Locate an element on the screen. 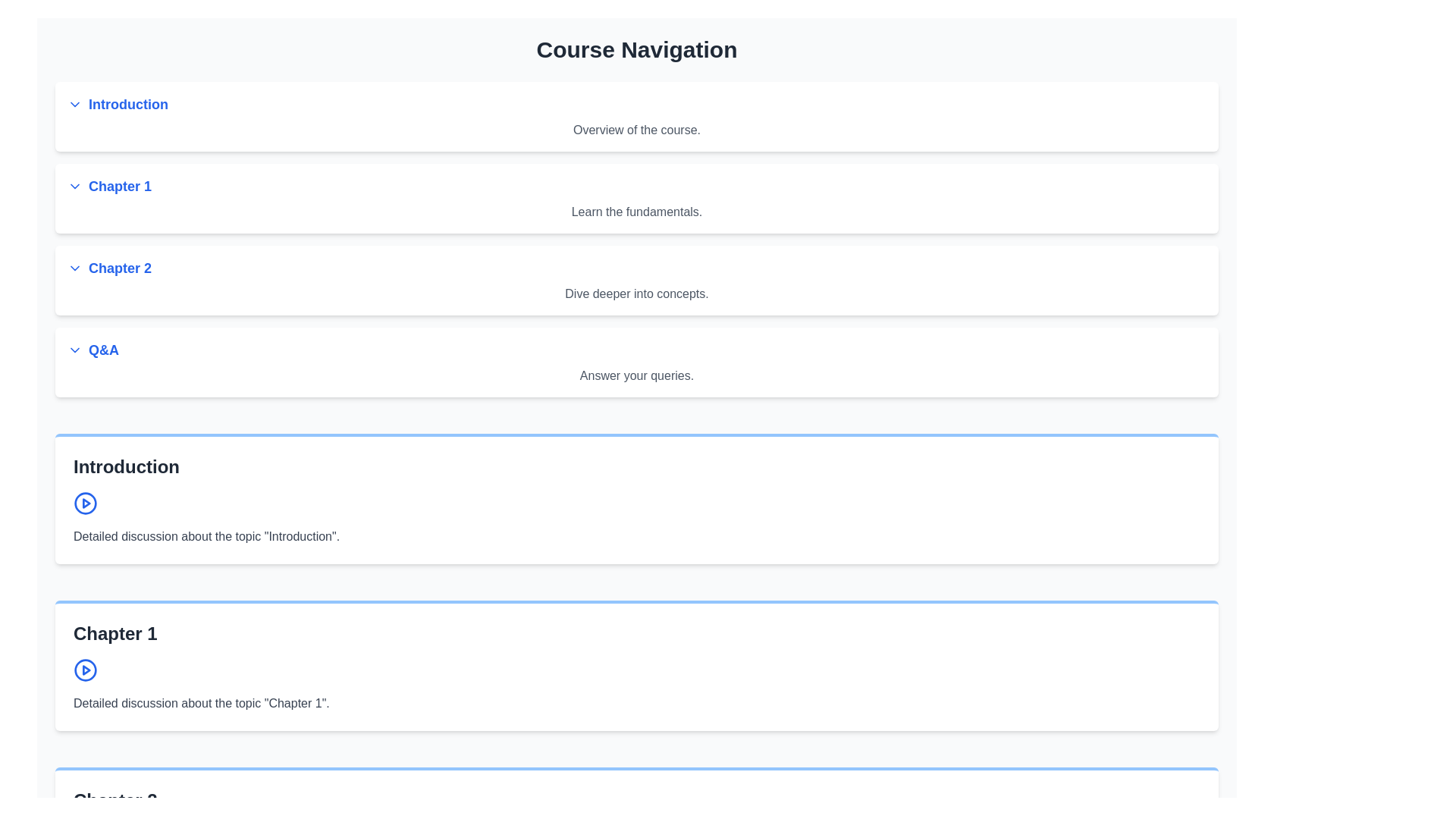 This screenshot has width=1456, height=819. the downward-pointing chevron icon next to the 'Chapter 2' text label in the Course Navigation interface is located at coordinates (74, 268).